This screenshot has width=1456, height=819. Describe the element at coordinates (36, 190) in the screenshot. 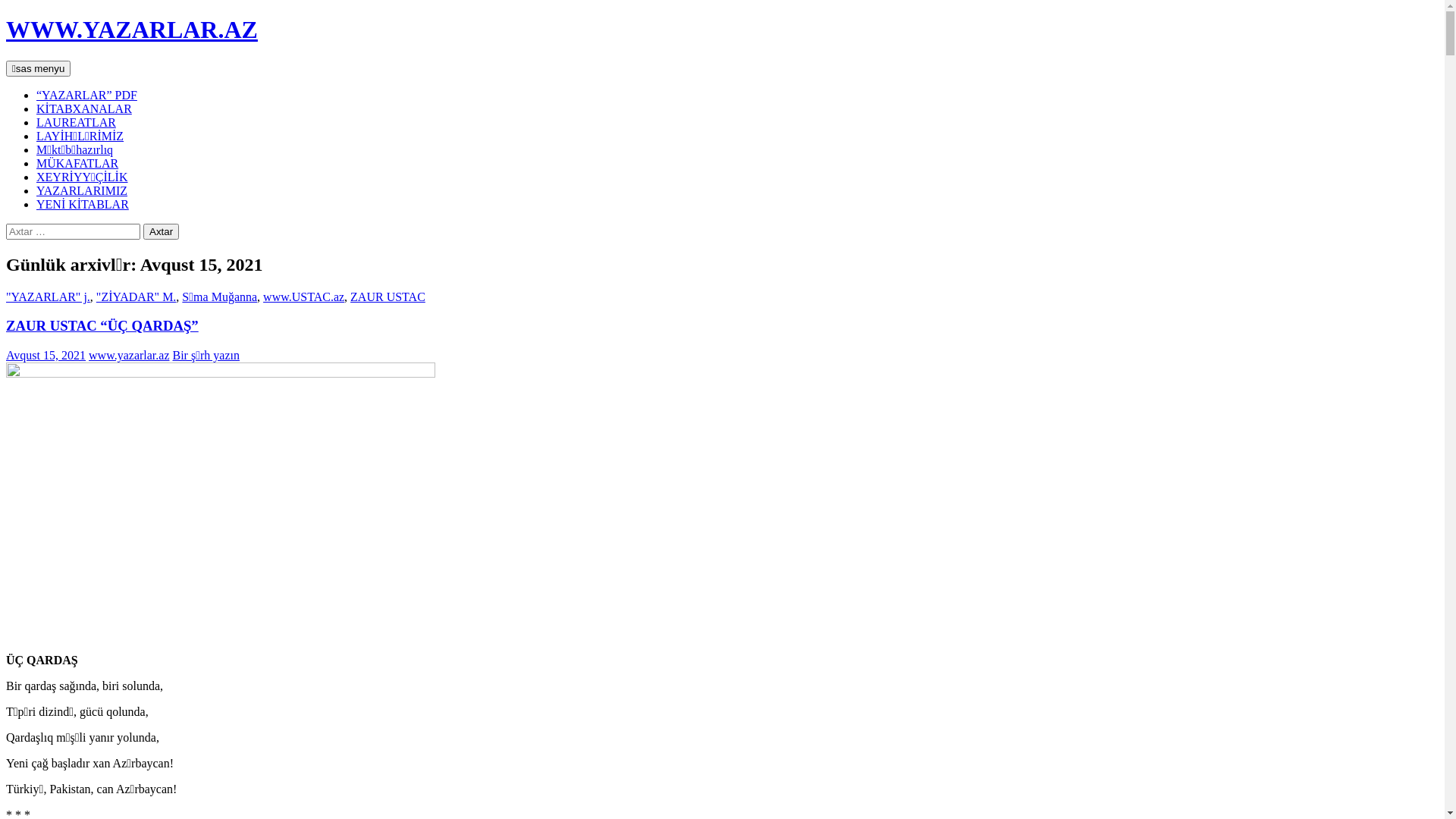

I see `'YAZARLARIMIZ'` at that location.